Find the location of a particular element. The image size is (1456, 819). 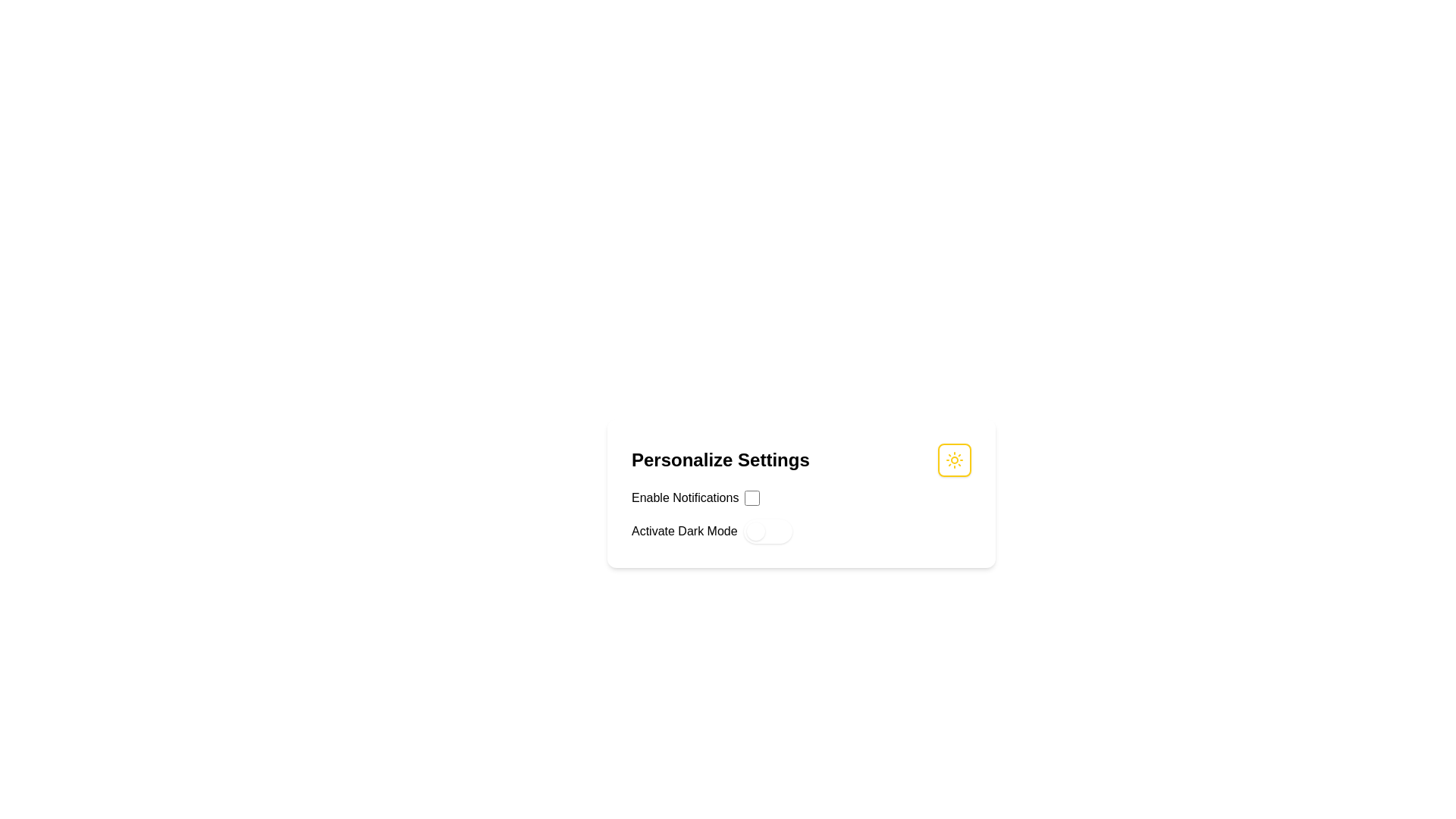

the toggle is located at coordinates (774, 531).